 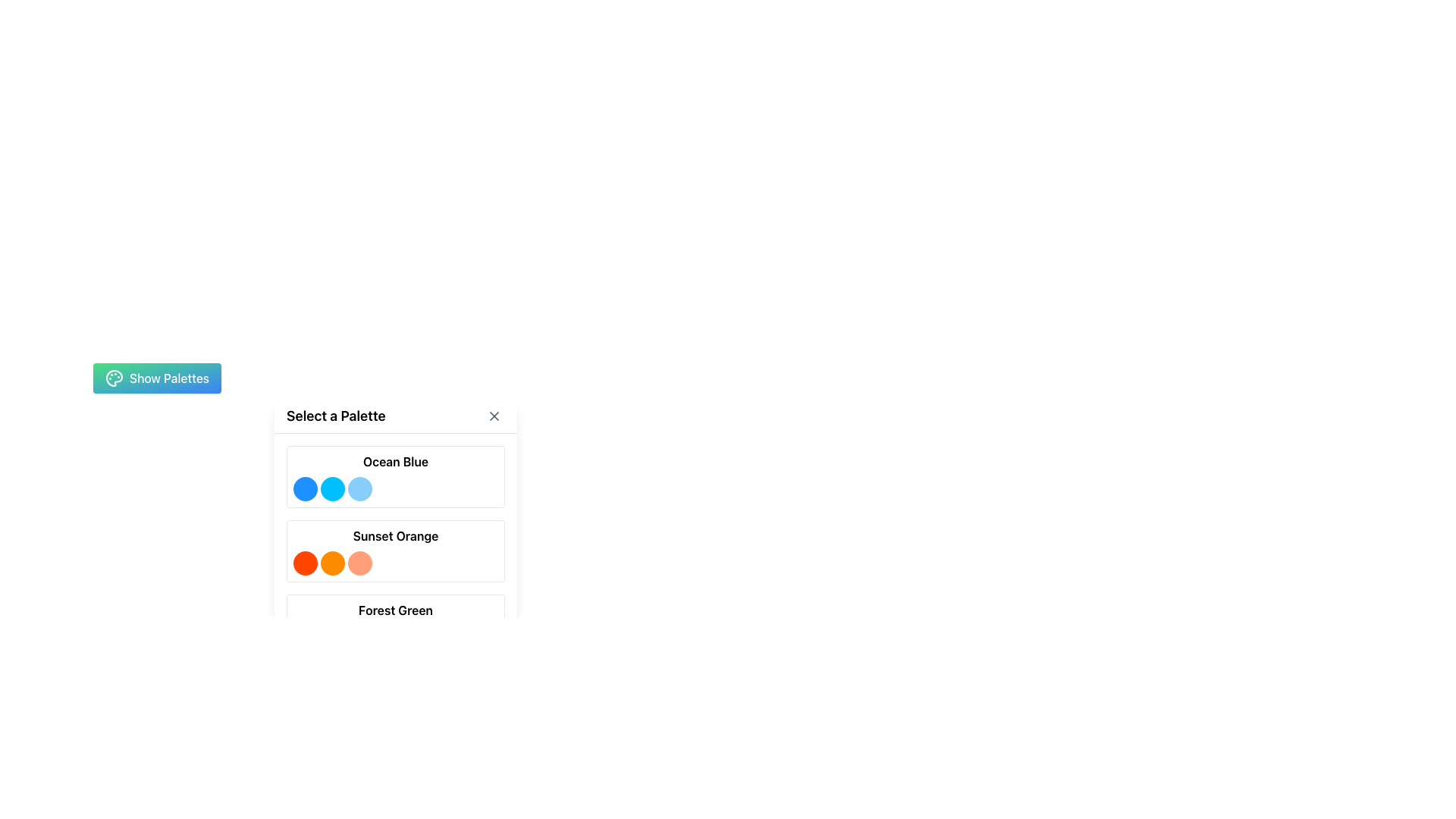 What do you see at coordinates (396, 551) in the screenshot?
I see `the 'Sunset Orange' color palette in the dropdown menu titled 'Select a Palette'` at bounding box center [396, 551].